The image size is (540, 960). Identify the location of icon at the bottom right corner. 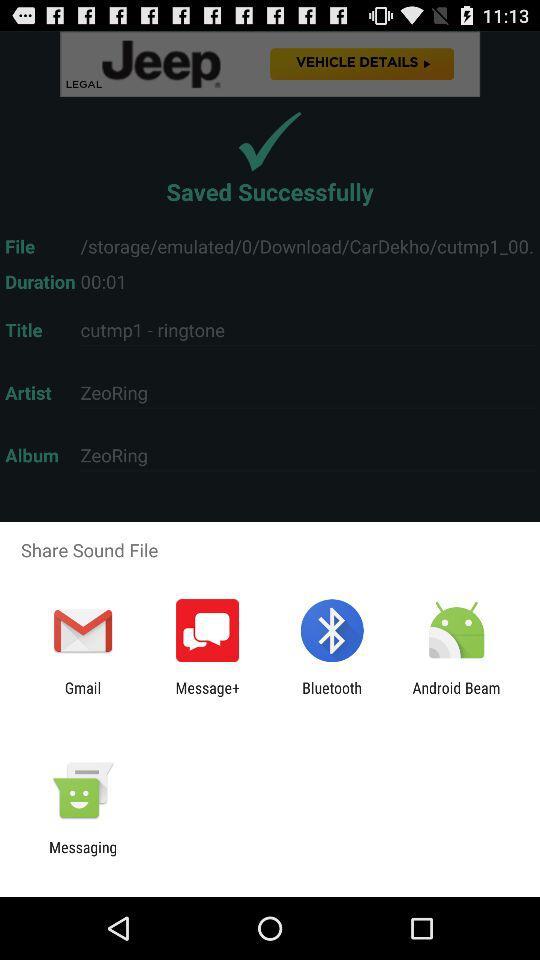
(456, 696).